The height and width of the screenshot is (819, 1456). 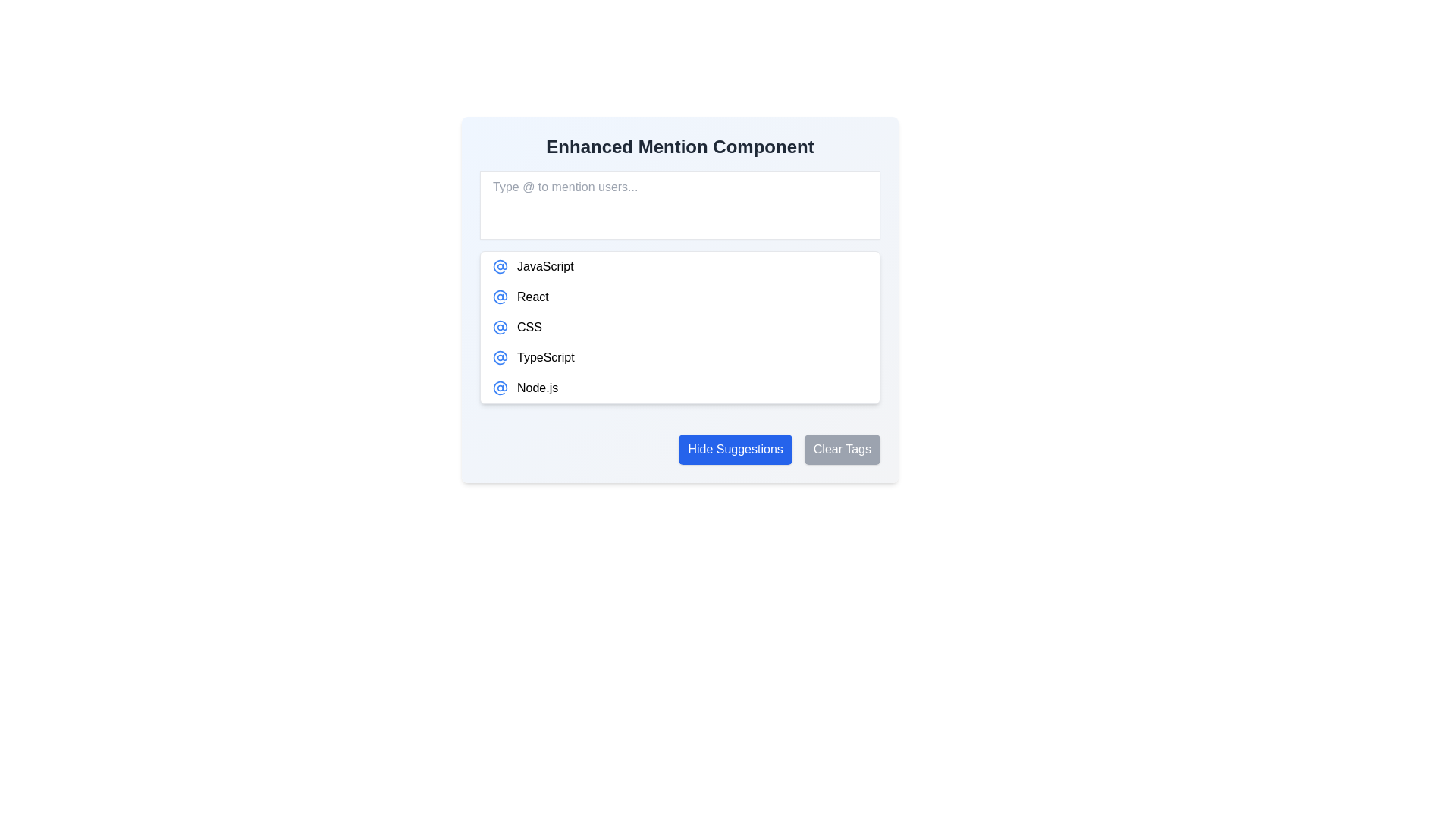 What do you see at coordinates (679, 265) in the screenshot?
I see `the first item in the selectable list under the 'Enhanced Mention Component' input field for keyboard selection` at bounding box center [679, 265].